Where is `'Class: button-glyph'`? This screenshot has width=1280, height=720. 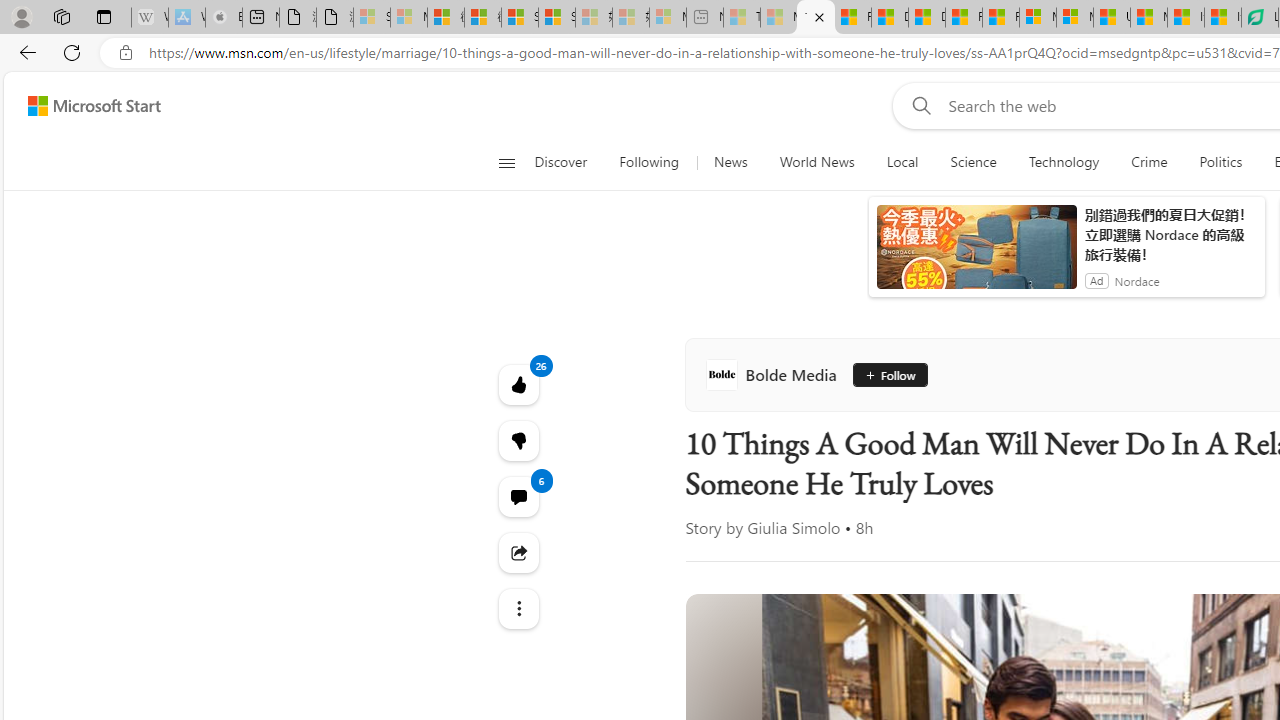
'Class: button-glyph' is located at coordinates (506, 162).